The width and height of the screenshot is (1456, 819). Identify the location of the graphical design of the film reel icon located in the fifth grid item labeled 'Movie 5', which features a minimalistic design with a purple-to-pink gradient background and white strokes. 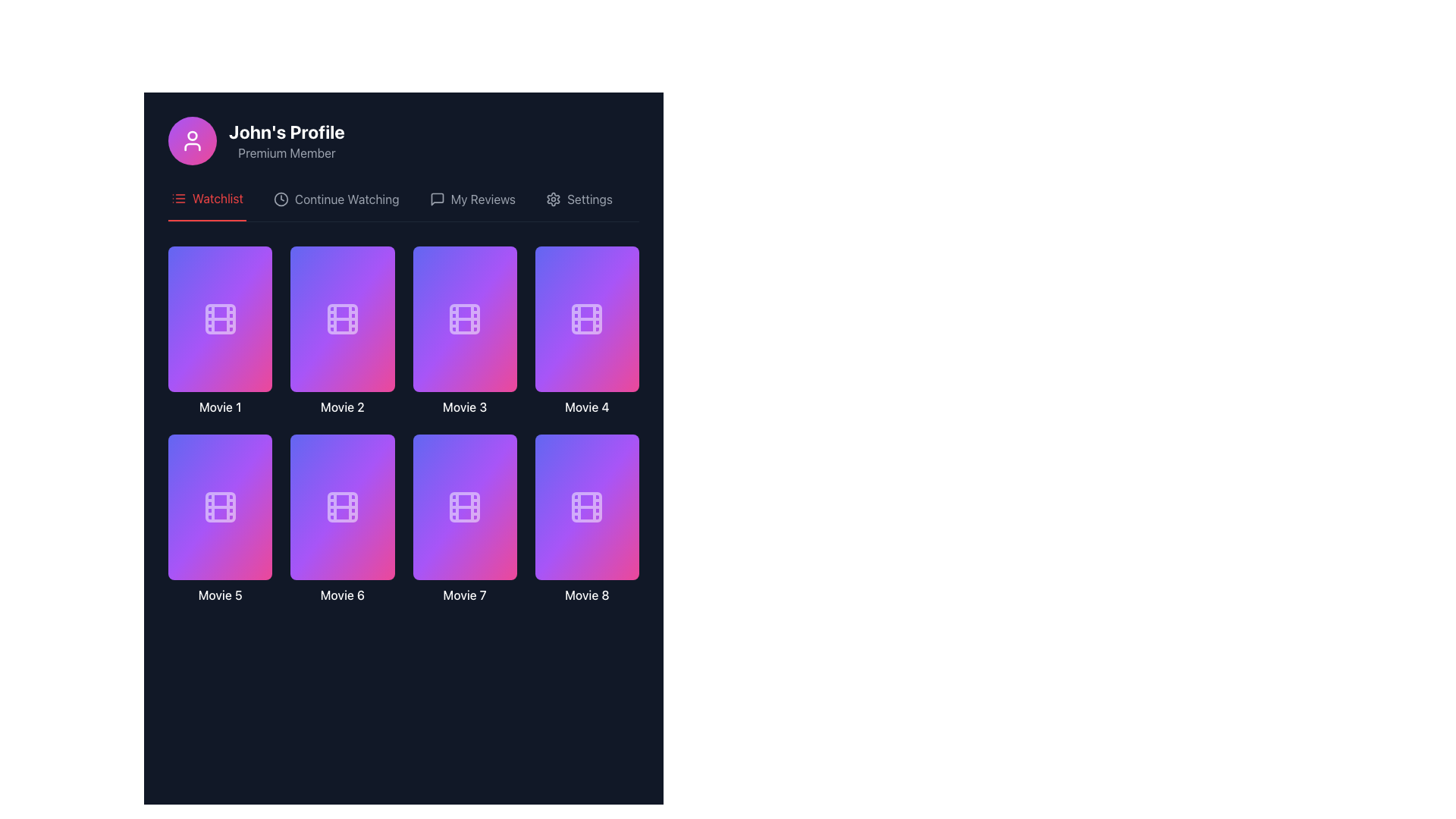
(219, 507).